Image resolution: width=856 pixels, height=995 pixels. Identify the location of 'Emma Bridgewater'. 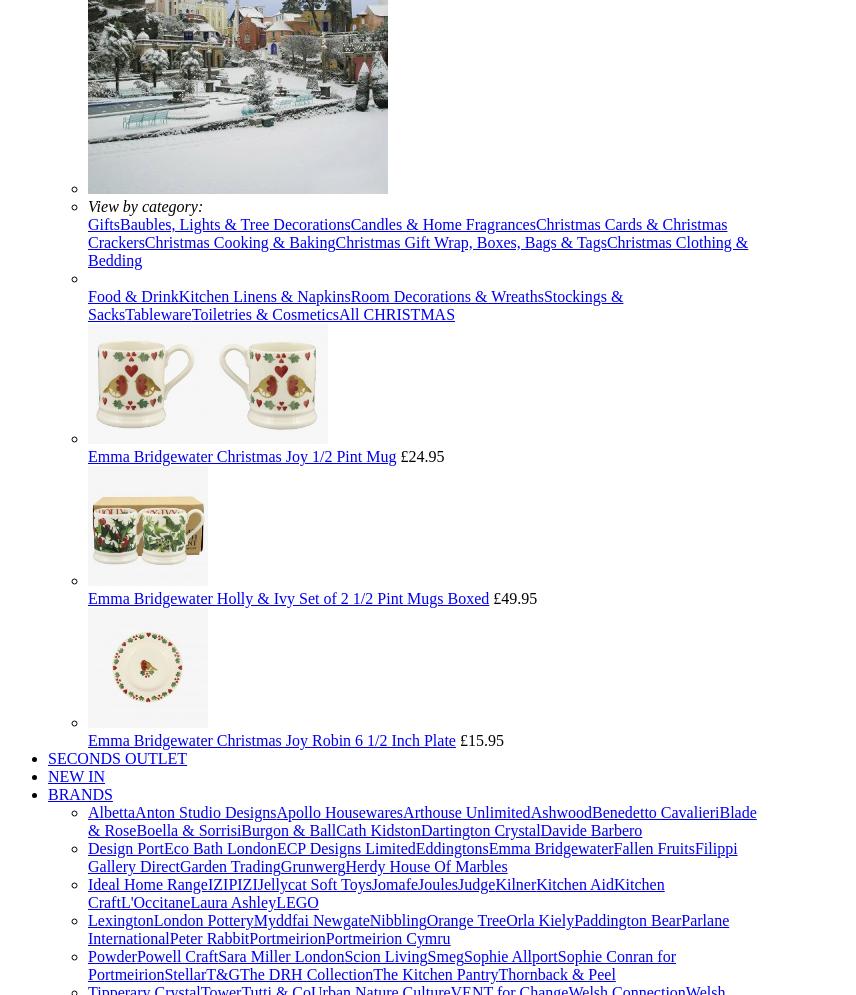
(549, 848).